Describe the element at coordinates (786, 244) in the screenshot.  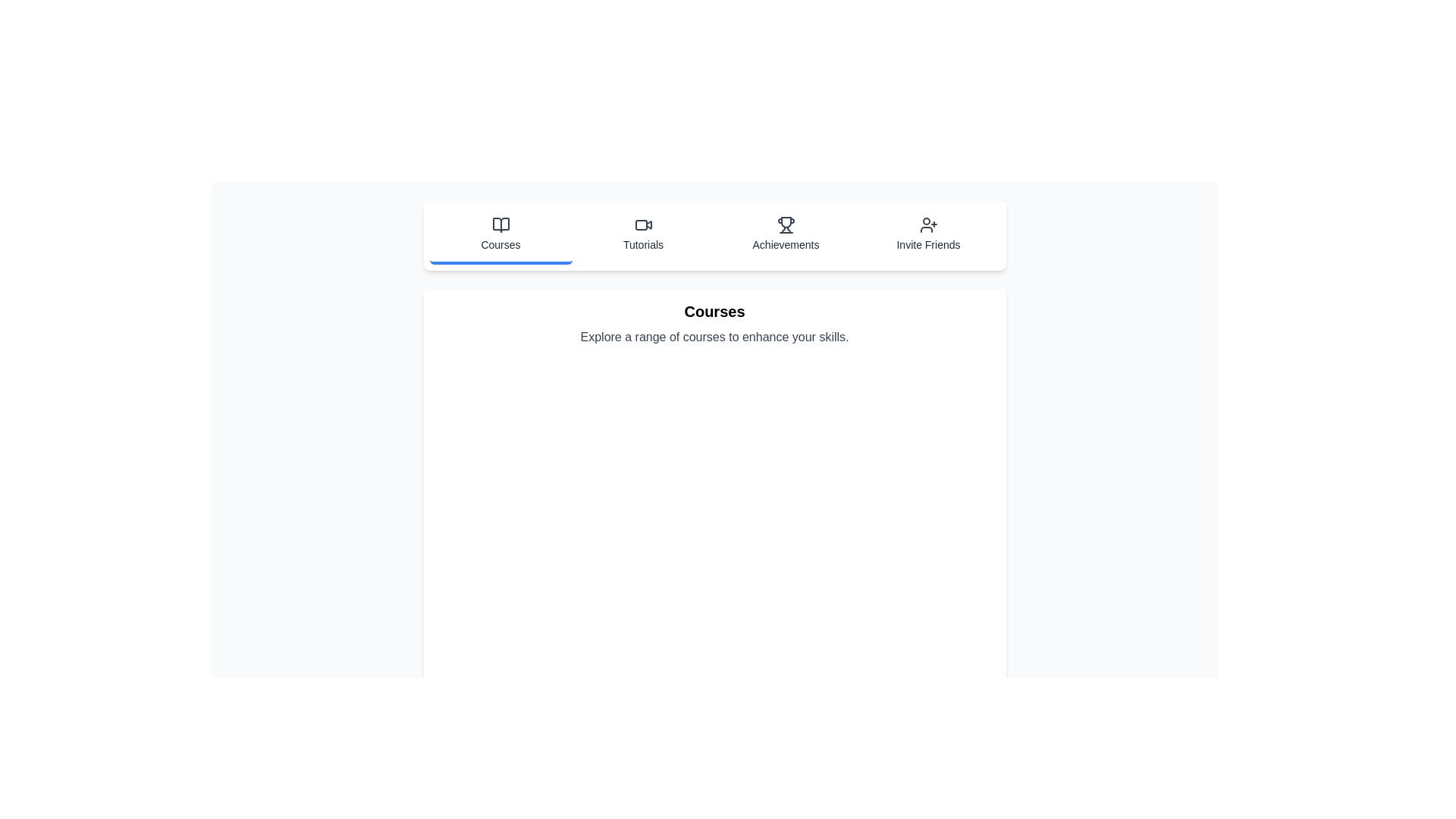
I see `text label displaying 'Achievements' located below the trophy icon in the navigation bar` at that location.